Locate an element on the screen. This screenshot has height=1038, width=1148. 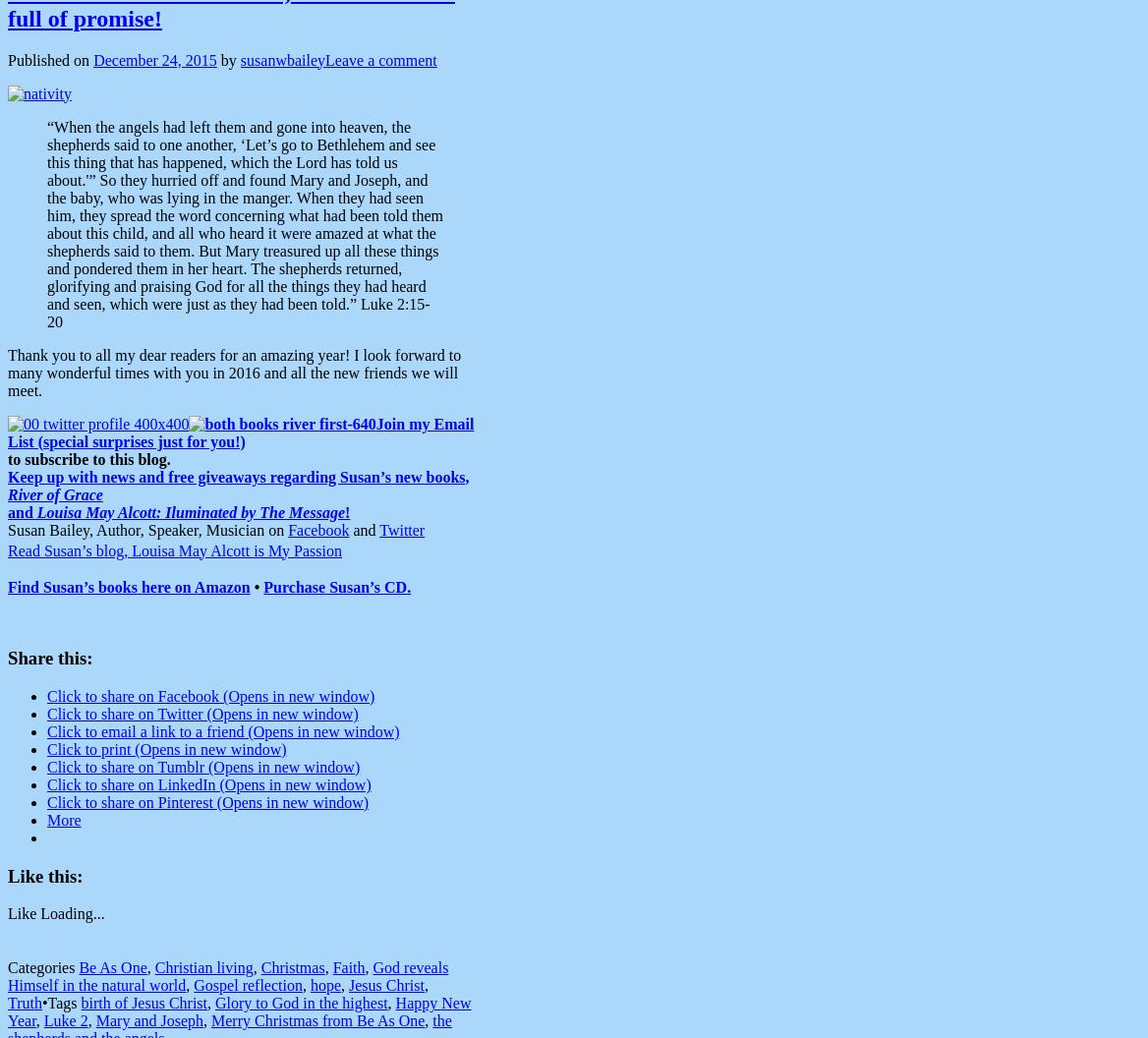
'susanwbailey' is located at coordinates (281, 59).